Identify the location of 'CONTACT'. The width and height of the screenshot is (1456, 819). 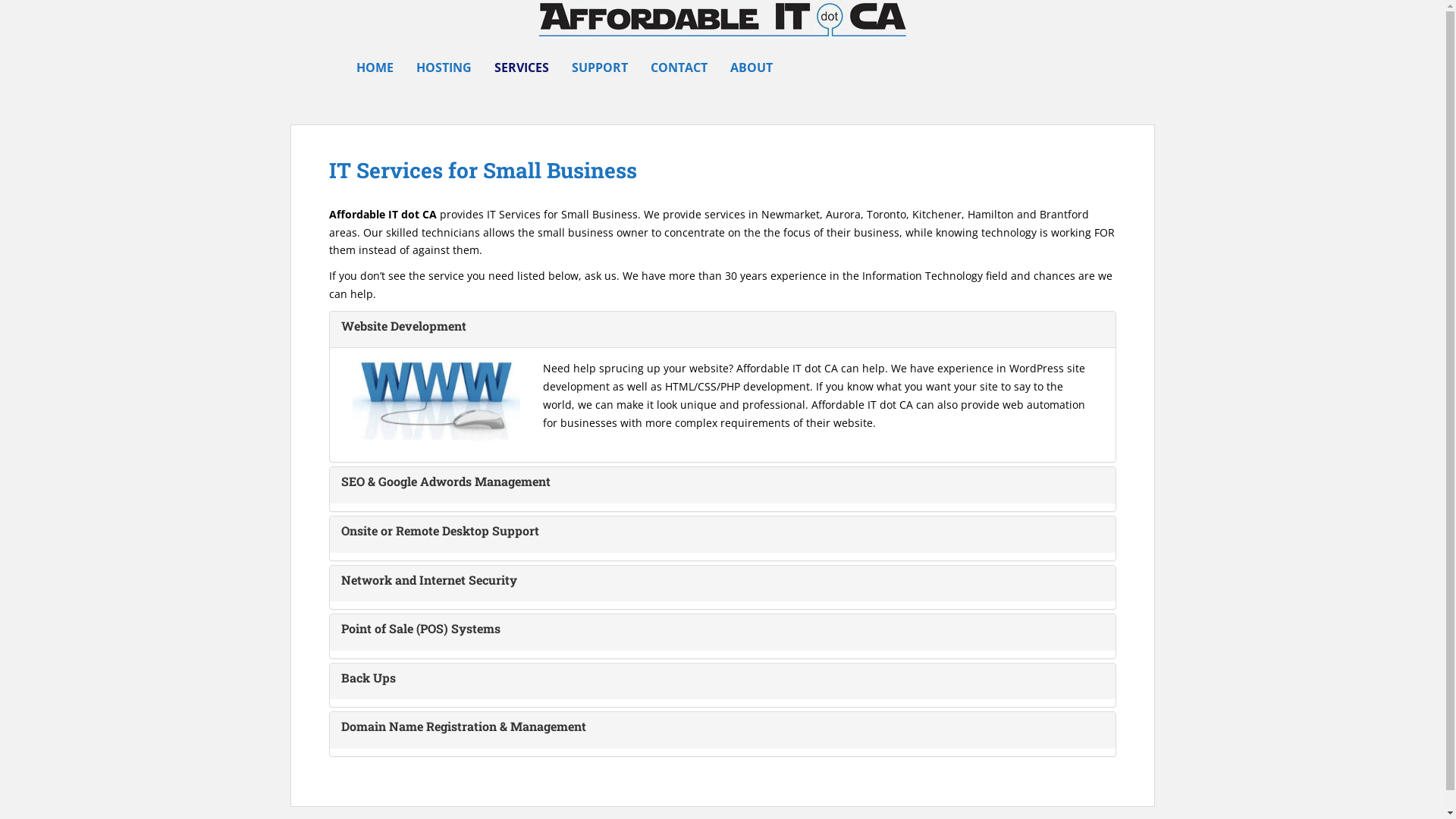
(678, 66).